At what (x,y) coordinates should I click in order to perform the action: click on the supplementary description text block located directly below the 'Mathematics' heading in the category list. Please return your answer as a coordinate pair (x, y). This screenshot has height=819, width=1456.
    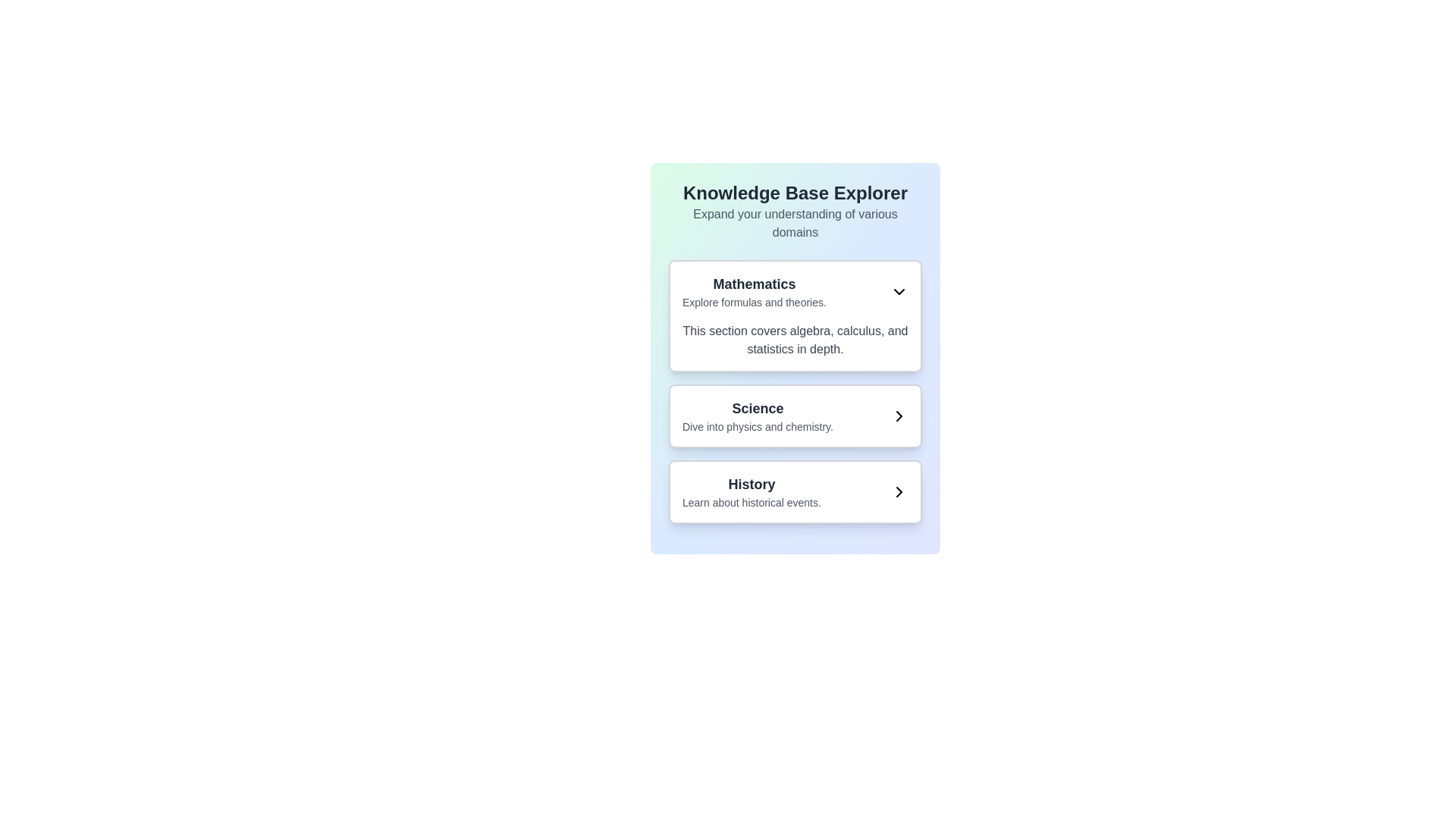
    Looking at the image, I should click on (754, 302).